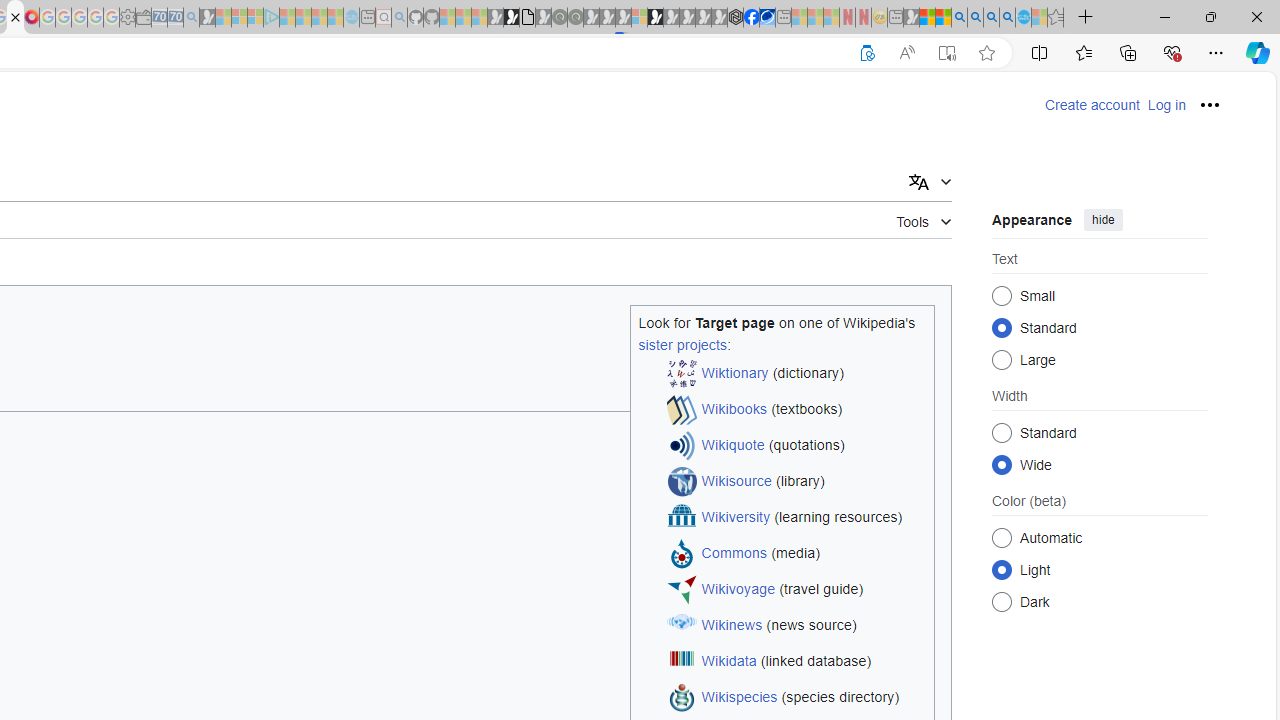 Image resolution: width=1280 pixels, height=720 pixels. Describe the element at coordinates (1209, 105) in the screenshot. I see `'Personal tools'` at that location.